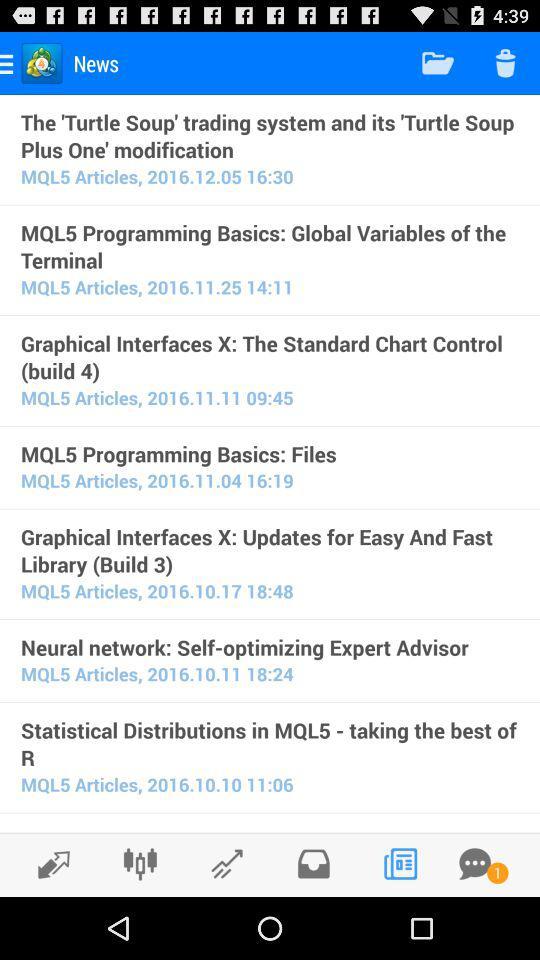 This screenshot has height=960, width=540. I want to click on the item above the mql5 articles 2016, so click(270, 646).